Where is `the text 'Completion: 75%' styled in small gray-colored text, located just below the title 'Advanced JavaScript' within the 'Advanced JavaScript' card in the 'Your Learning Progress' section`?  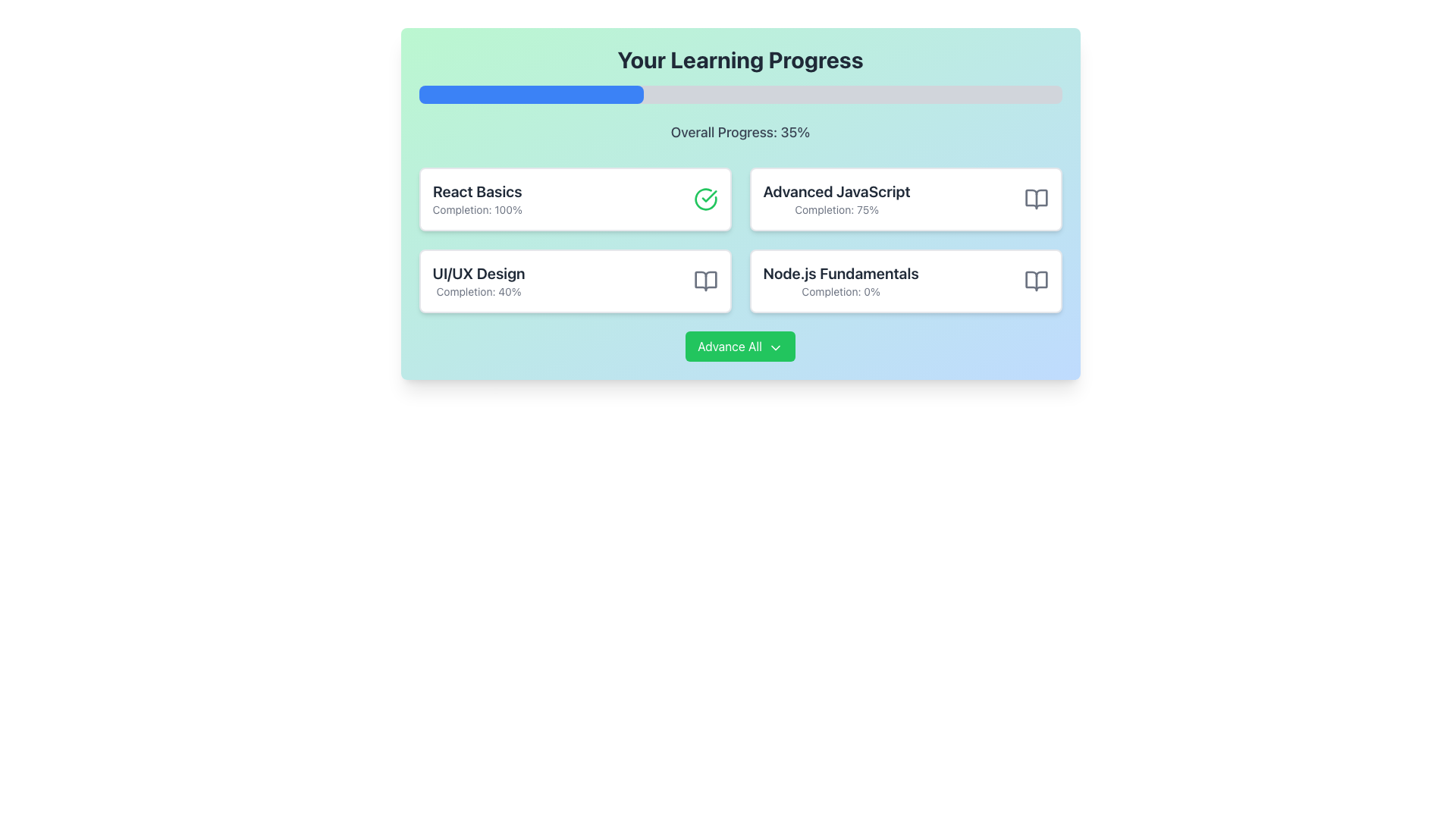
the text 'Completion: 75%' styled in small gray-colored text, located just below the title 'Advanced JavaScript' within the 'Advanced JavaScript' card in the 'Your Learning Progress' section is located at coordinates (836, 210).